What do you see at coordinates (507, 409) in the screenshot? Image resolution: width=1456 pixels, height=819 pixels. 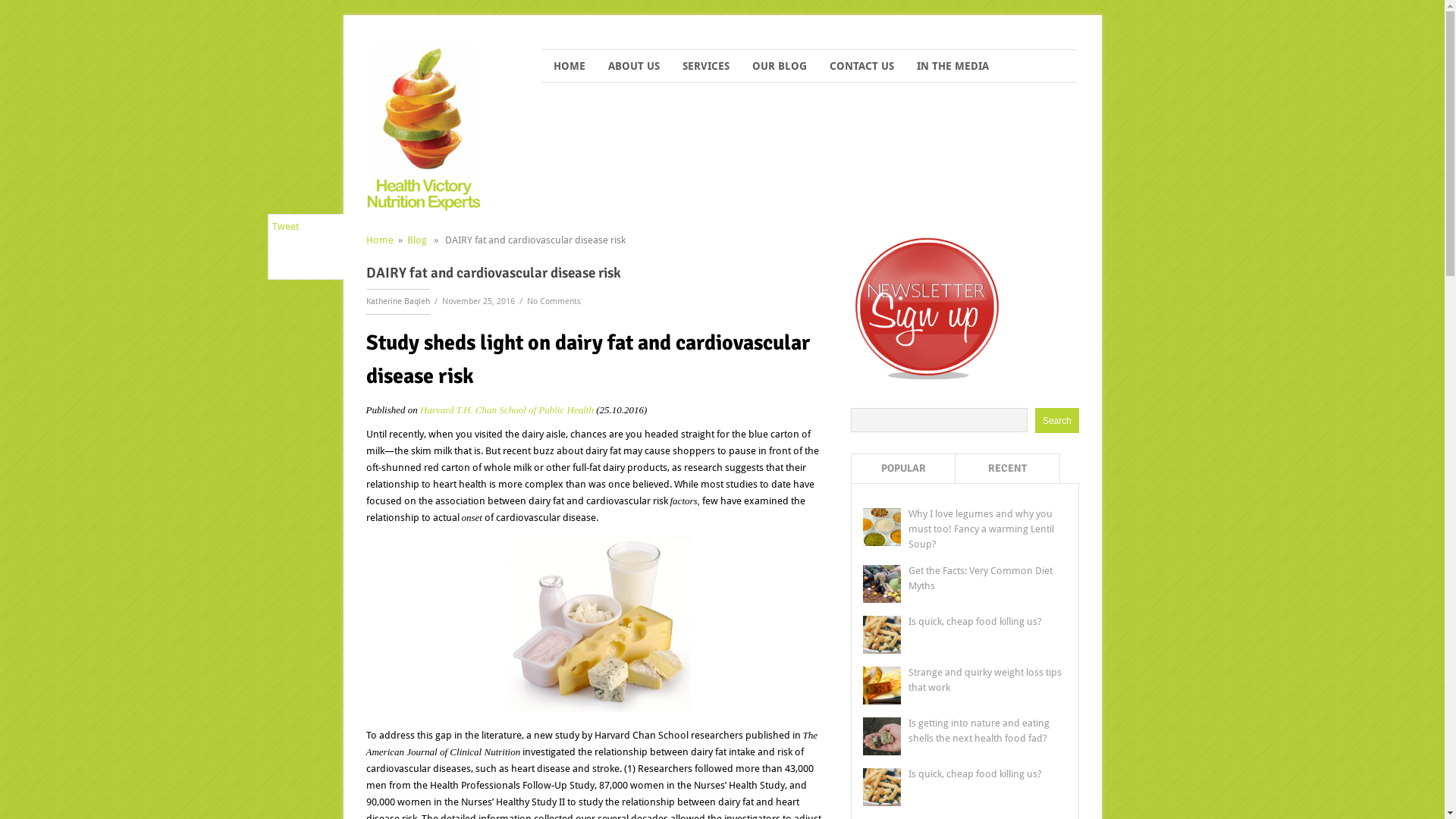 I see `'Harvard T.H. Chan School of Public Health'` at bounding box center [507, 409].